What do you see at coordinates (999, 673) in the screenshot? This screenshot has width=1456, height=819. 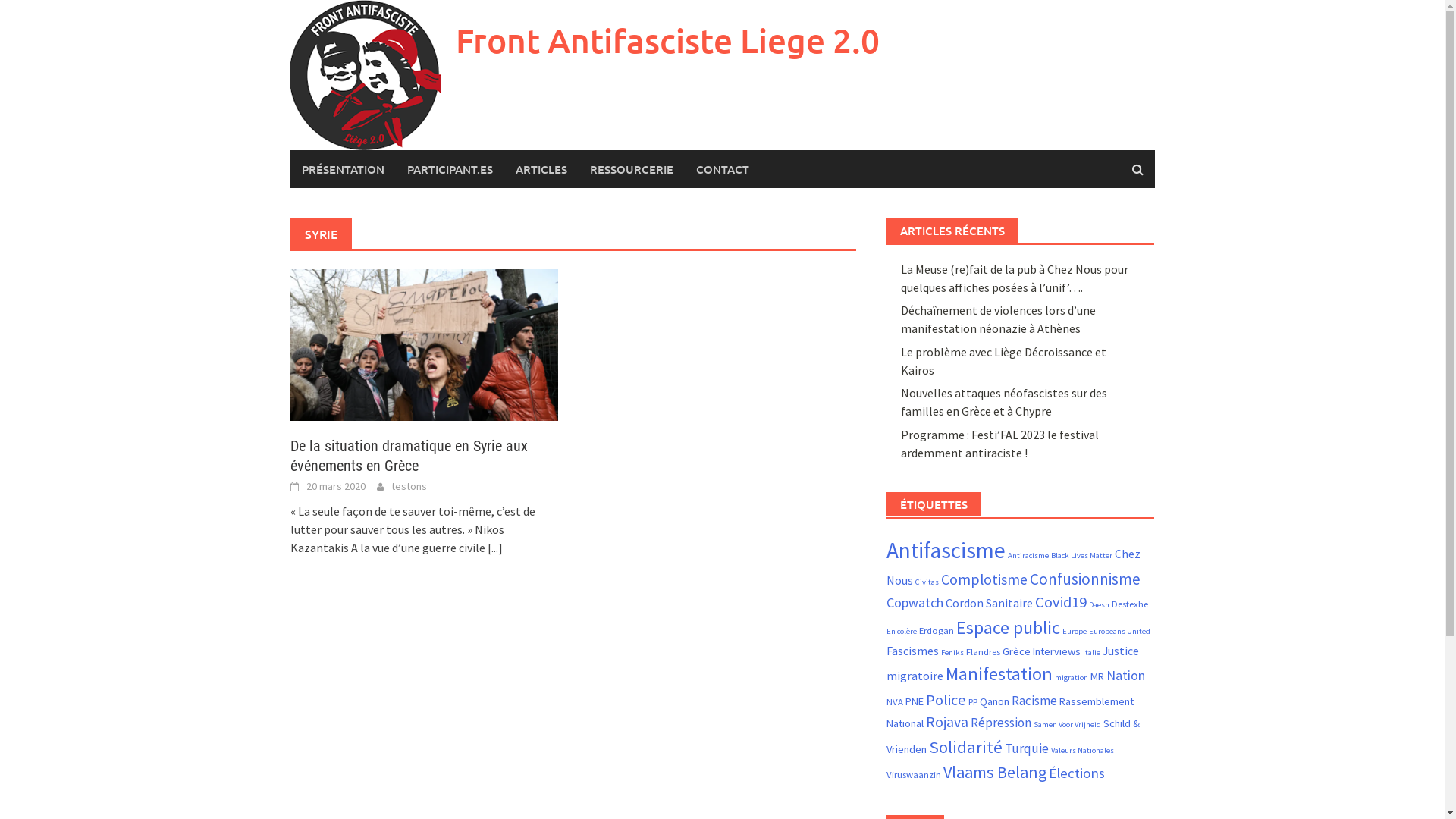 I see `'Manifestation'` at bounding box center [999, 673].